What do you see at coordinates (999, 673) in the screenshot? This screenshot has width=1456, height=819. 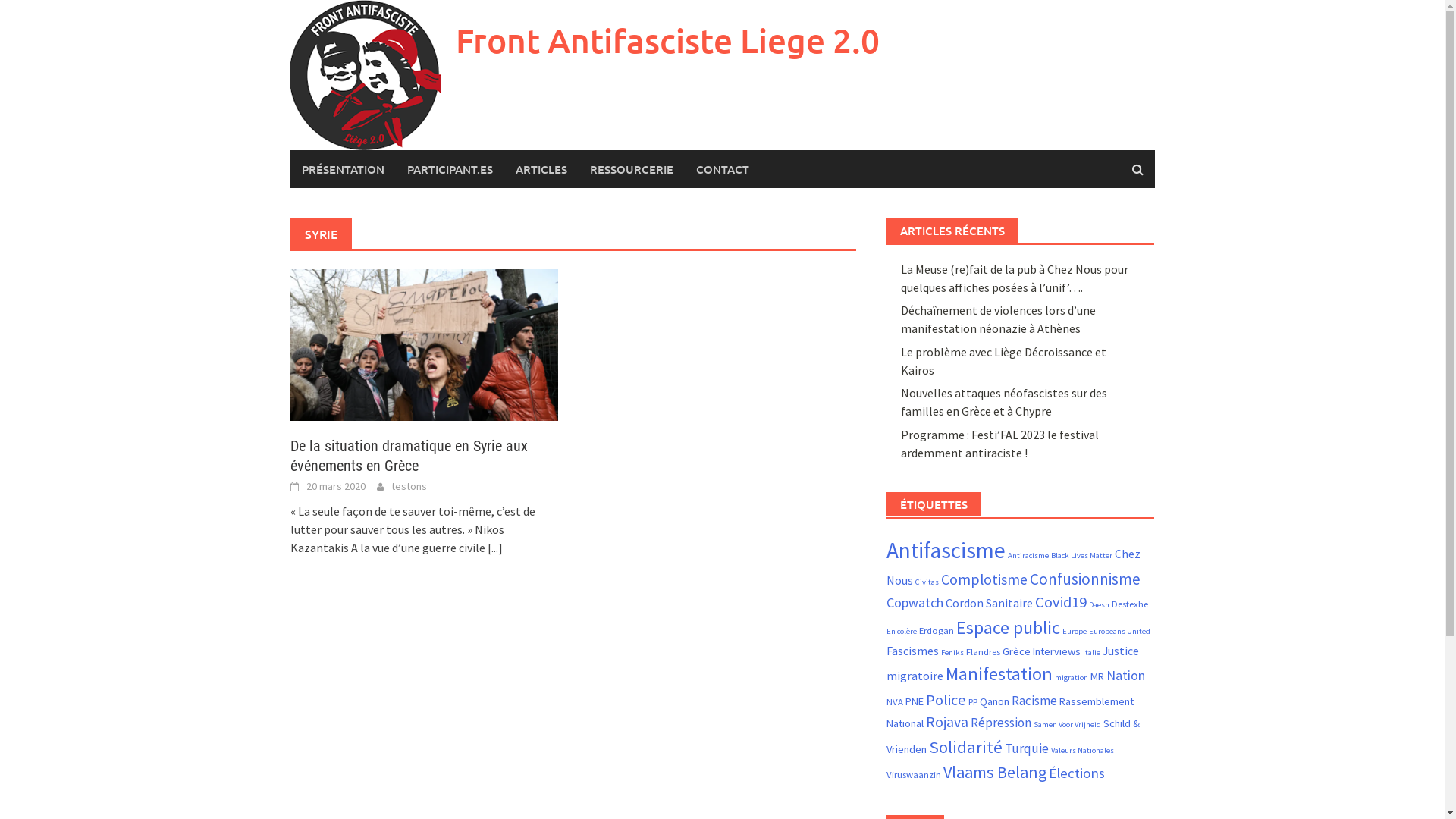 I see `'Manifestation'` at bounding box center [999, 673].